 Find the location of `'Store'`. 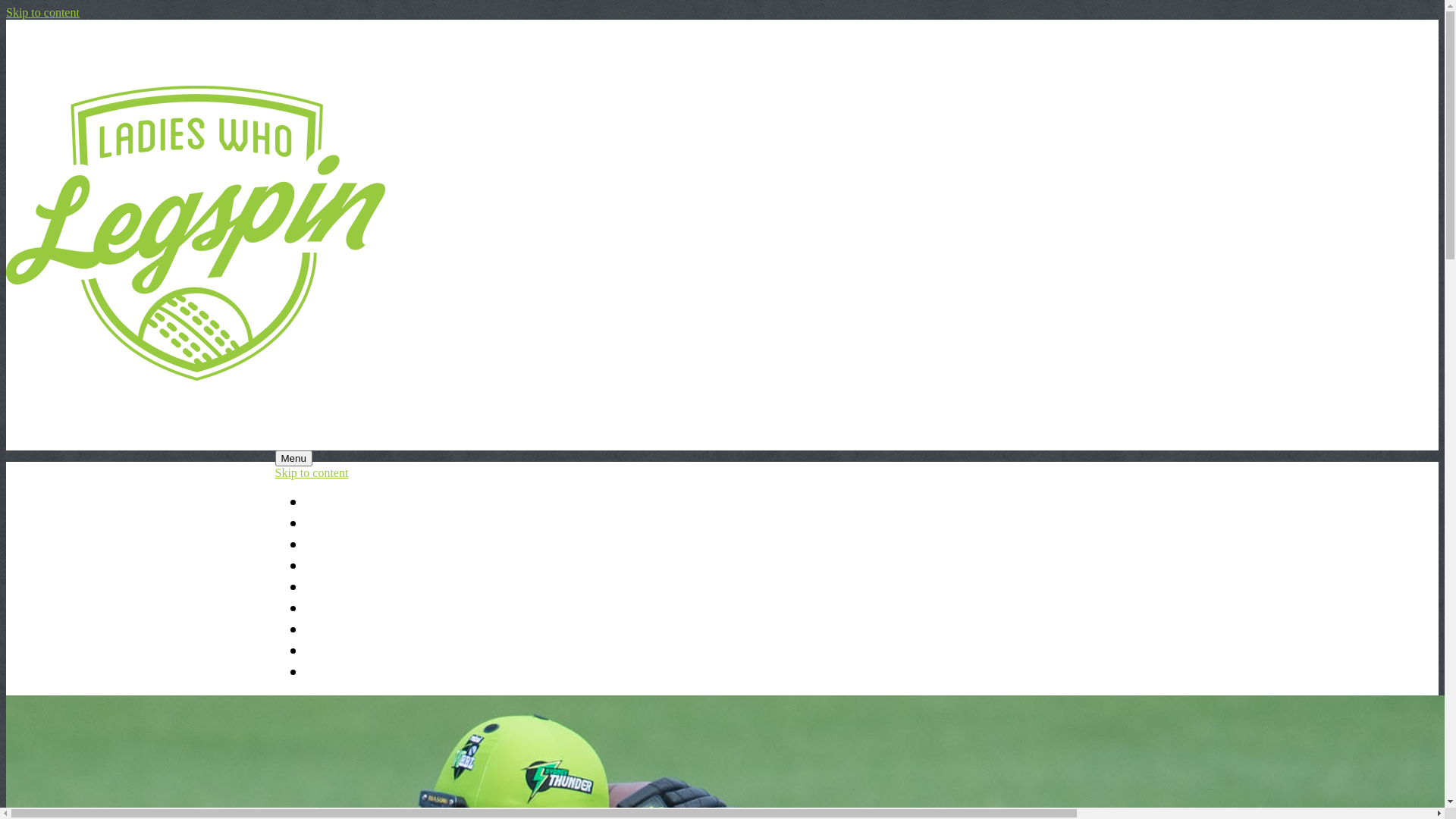

'Store' is located at coordinates (304, 672).